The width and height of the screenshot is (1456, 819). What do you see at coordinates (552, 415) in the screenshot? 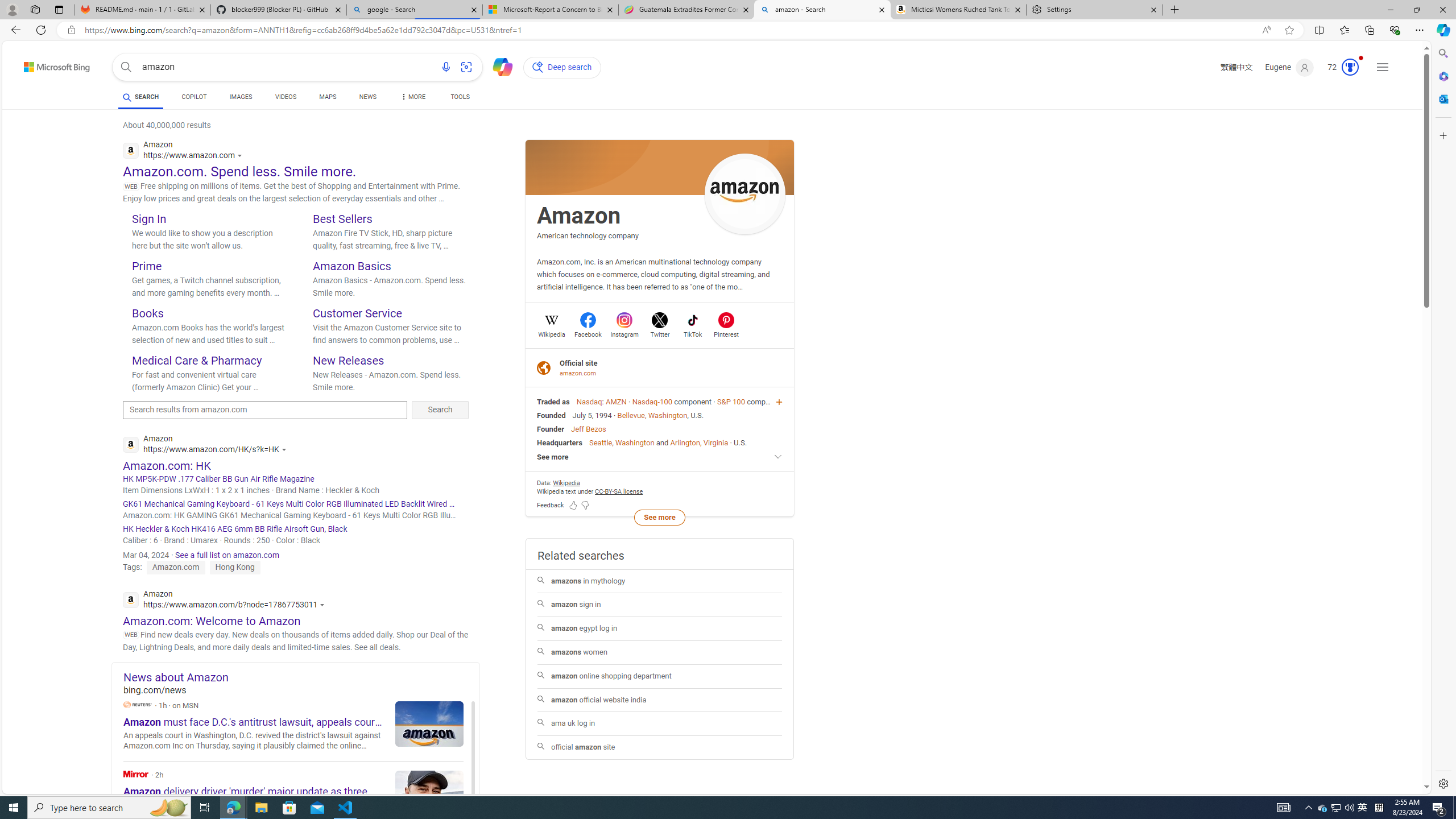
I see `'Founded'` at bounding box center [552, 415].